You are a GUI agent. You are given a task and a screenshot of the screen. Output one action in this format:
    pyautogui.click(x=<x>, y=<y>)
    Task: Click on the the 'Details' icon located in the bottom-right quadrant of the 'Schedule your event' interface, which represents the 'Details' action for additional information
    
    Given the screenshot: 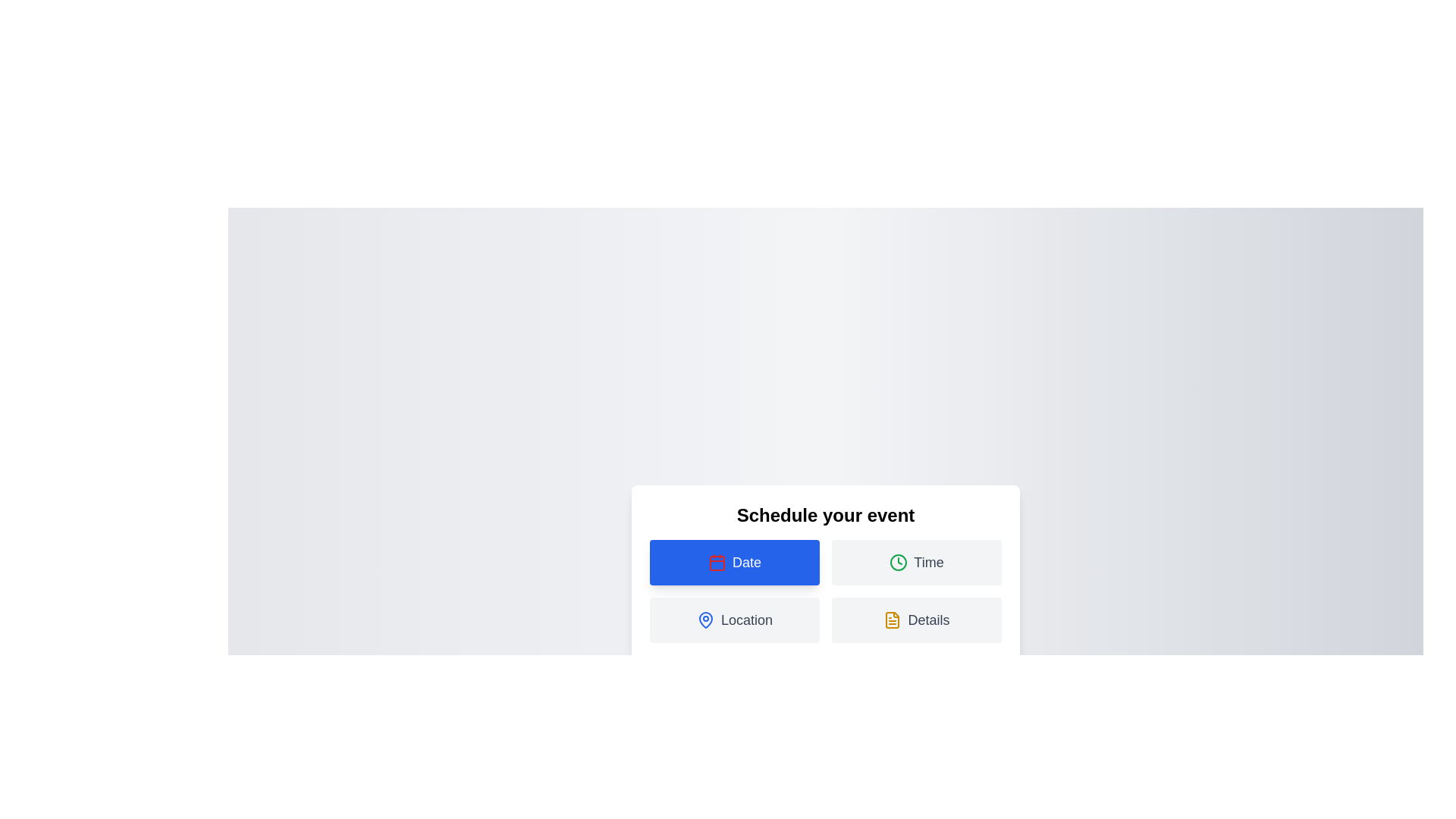 What is the action you would take?
    pyautogui.click(x=893, y=620)
    